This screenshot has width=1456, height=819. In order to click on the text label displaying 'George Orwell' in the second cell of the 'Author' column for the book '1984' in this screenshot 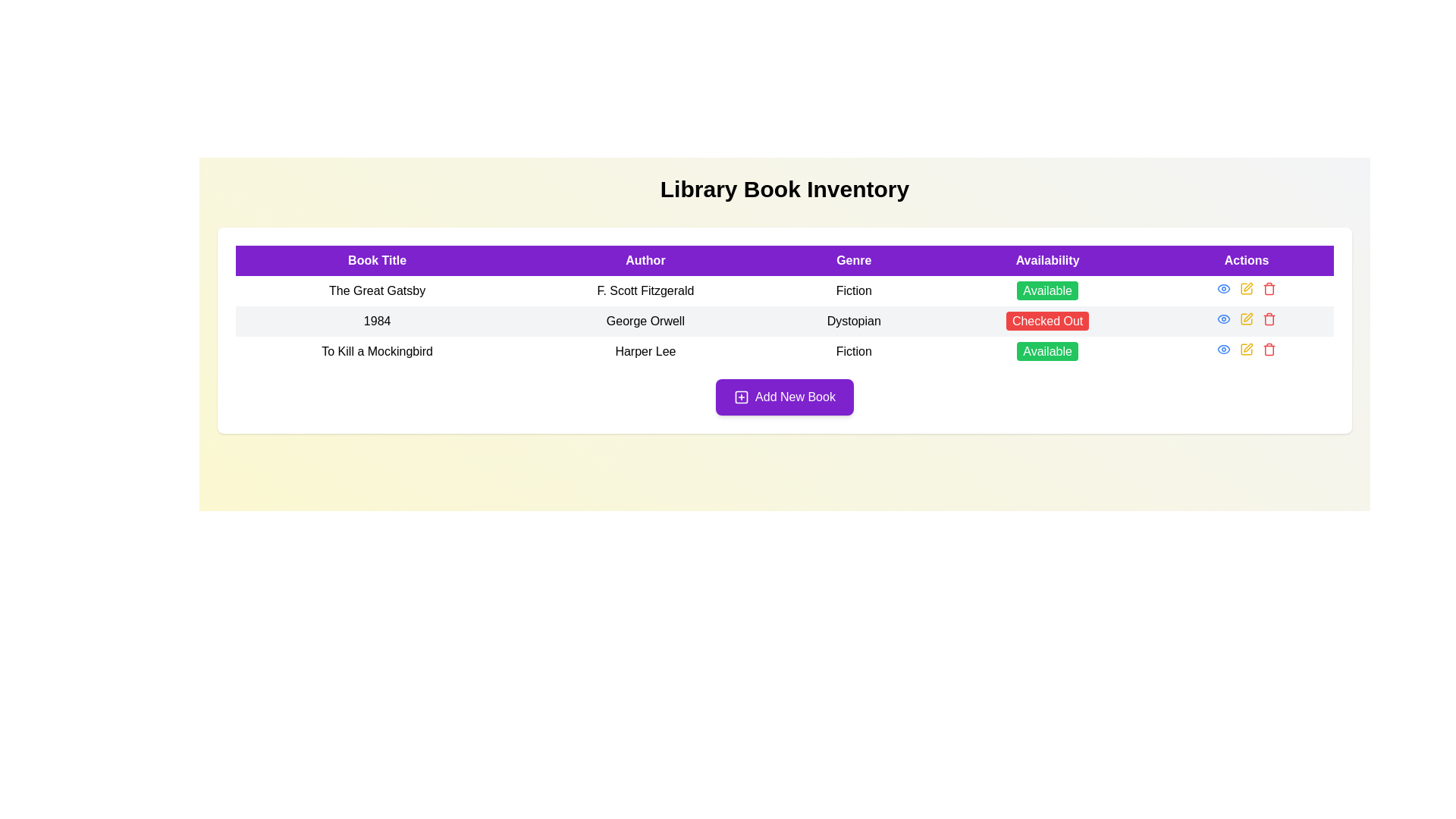, I will do `click(645, 321)`.